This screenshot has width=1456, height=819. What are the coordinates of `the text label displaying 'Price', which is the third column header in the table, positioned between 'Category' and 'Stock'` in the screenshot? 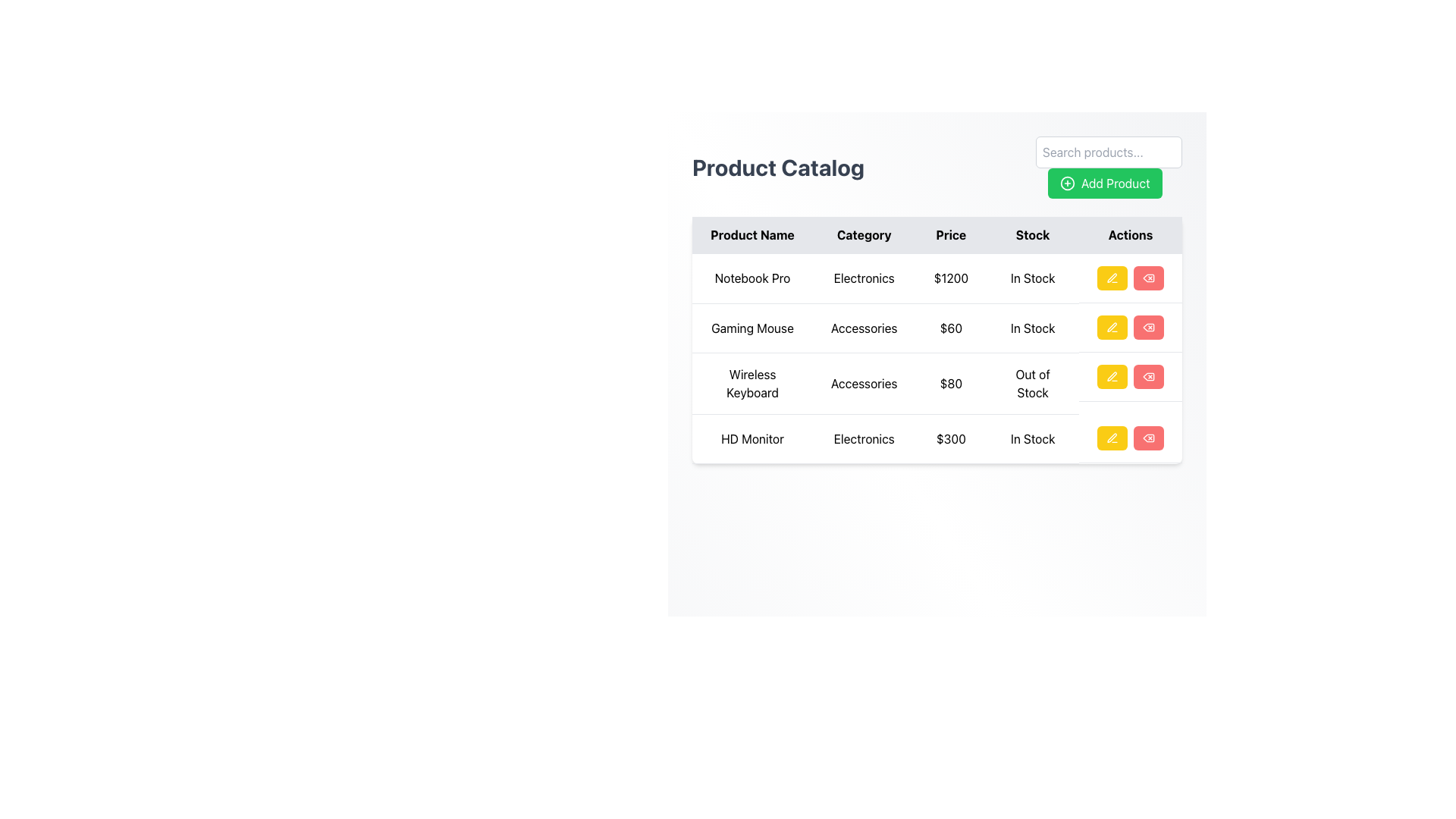 It's located at (950, 235).